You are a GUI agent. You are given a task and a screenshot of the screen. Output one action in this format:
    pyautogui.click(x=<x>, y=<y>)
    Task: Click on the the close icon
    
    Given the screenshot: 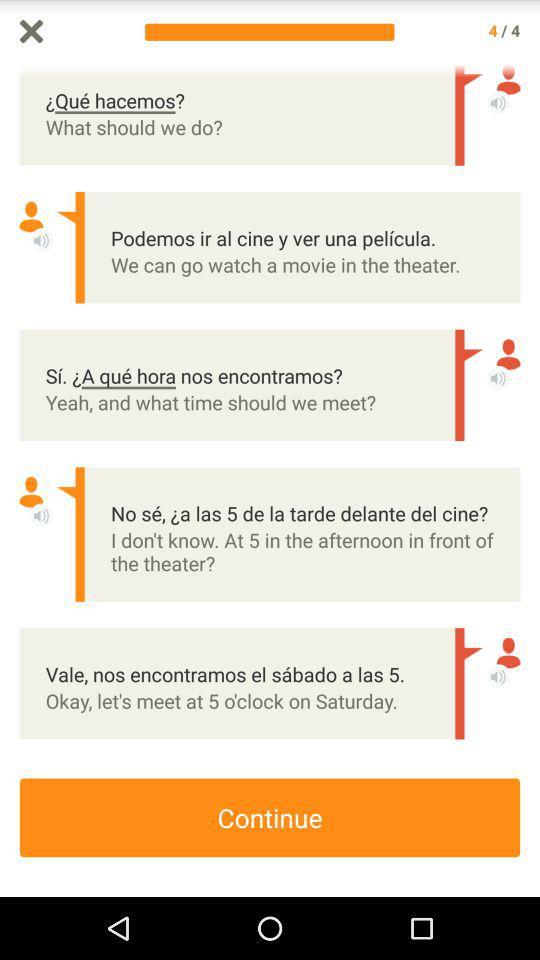 What is the action you would take?
    pyautogui.click(x=30, y=32)
    